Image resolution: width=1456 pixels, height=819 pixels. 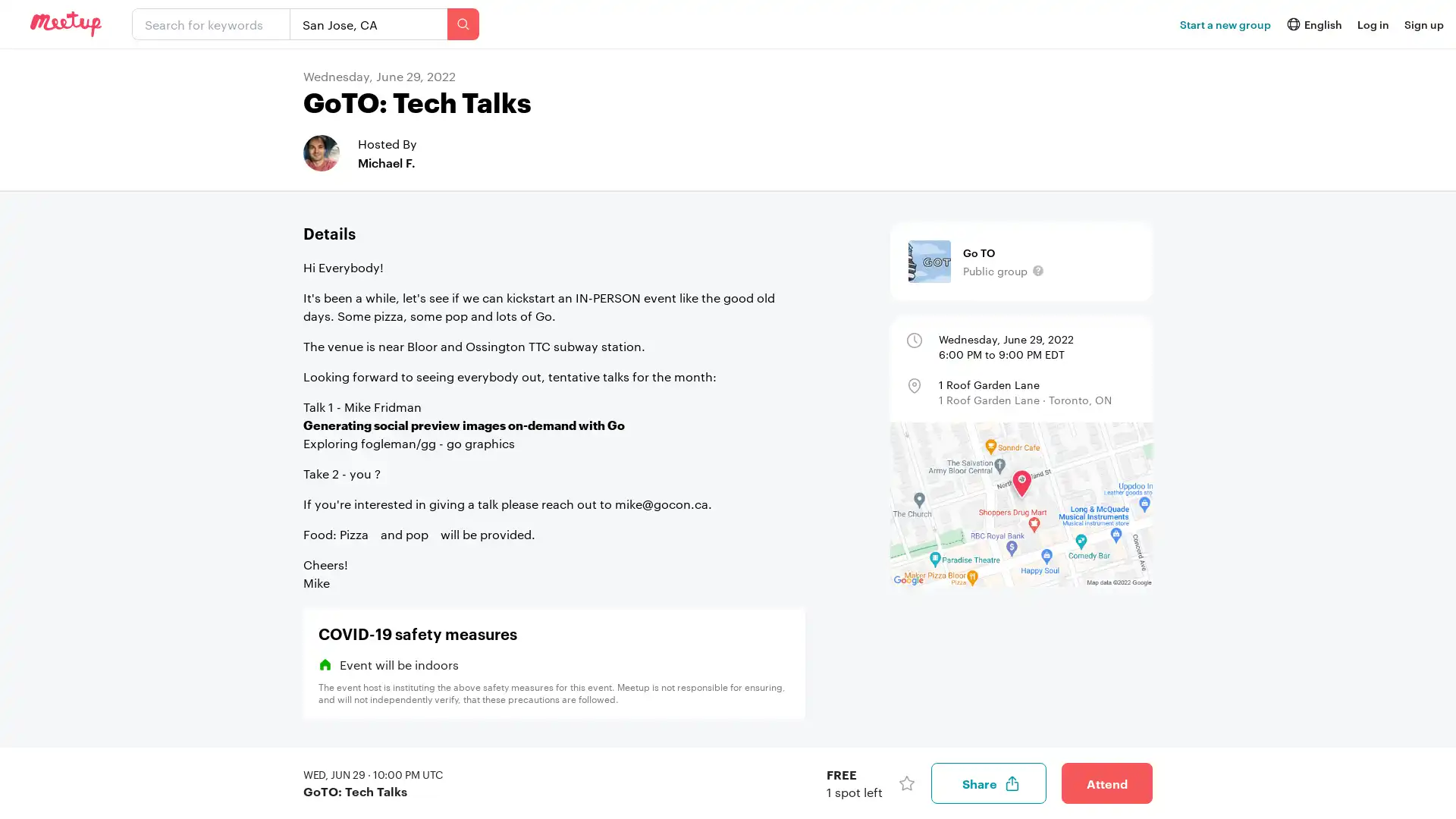 I want to click on icon English, so click(x=1313, y=24).